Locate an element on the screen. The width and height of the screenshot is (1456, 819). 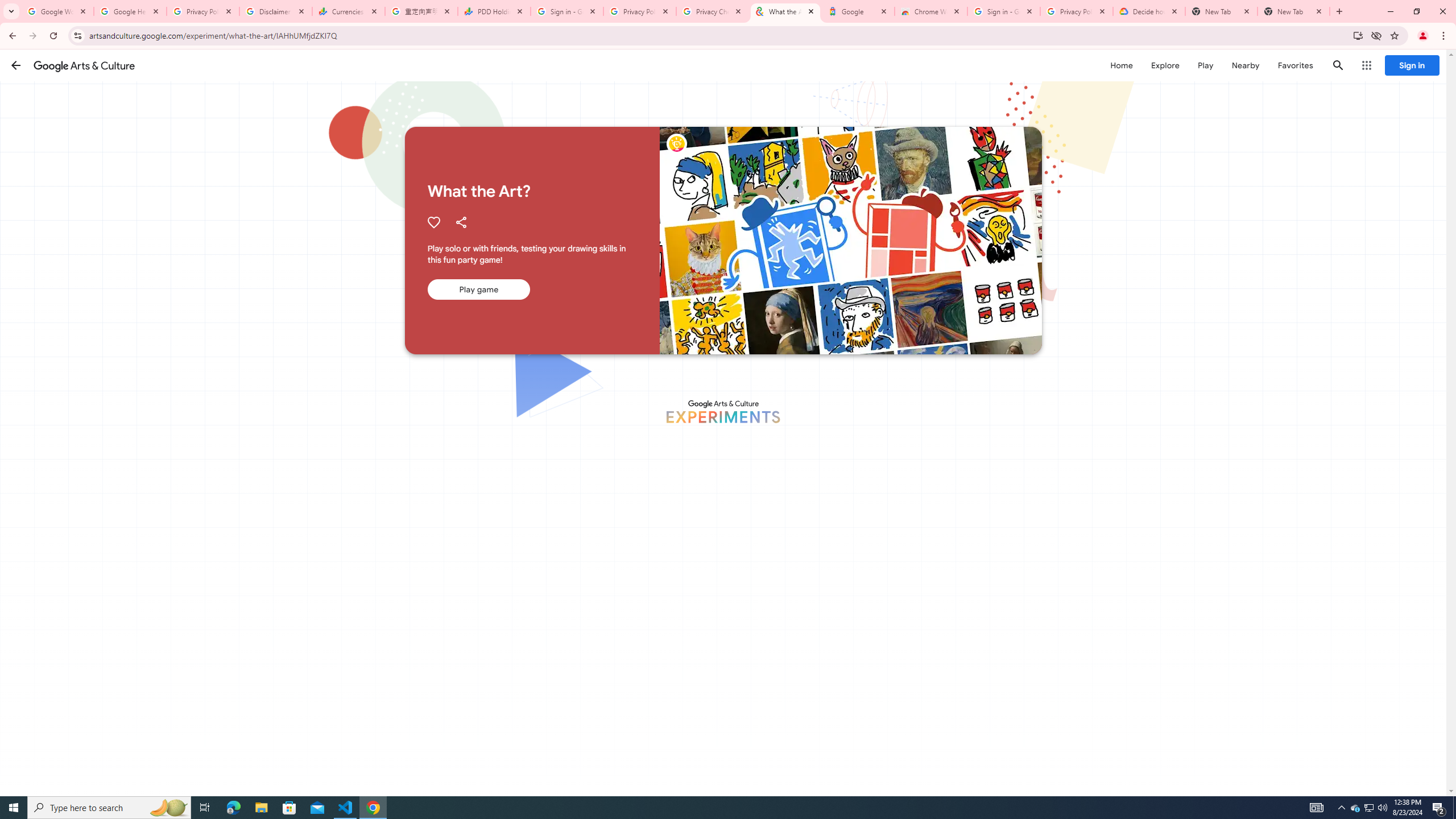
'Google' is located at coordinates (858, 11).